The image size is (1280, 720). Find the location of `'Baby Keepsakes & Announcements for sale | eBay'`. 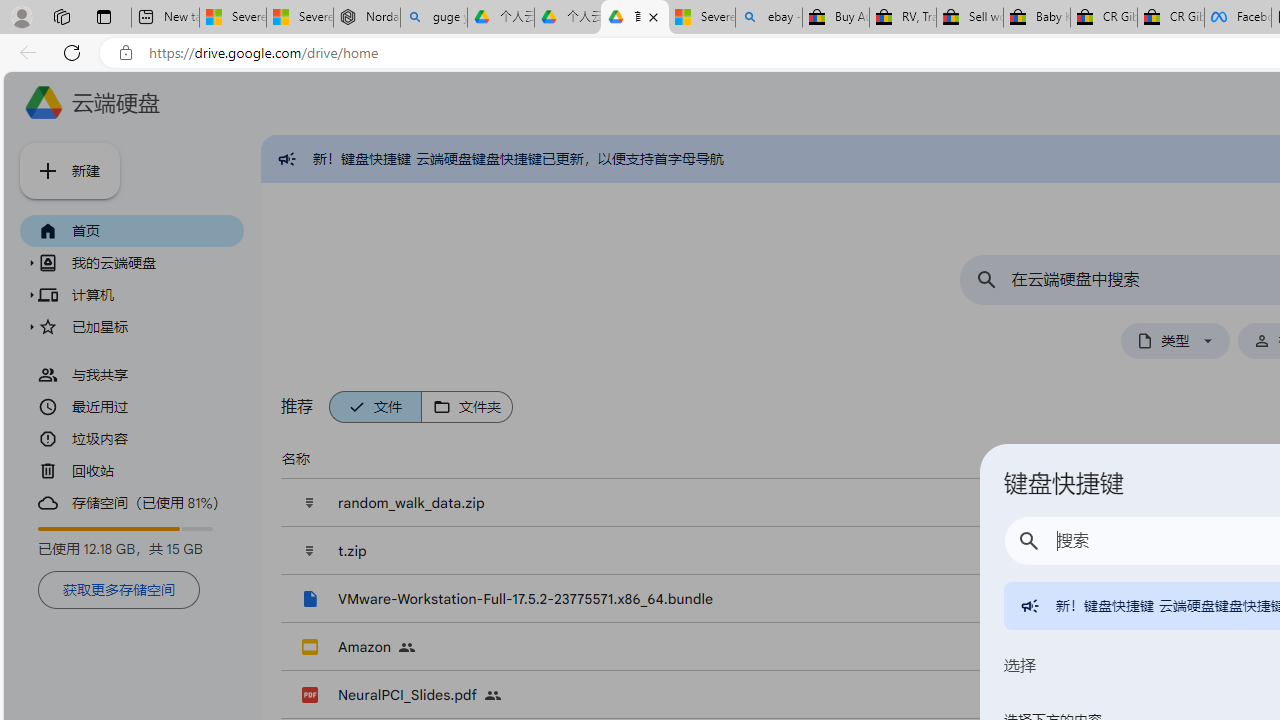

'Baby Keepsakes & Announcements for sale | eBay' is located at coordinates (1036, 17).